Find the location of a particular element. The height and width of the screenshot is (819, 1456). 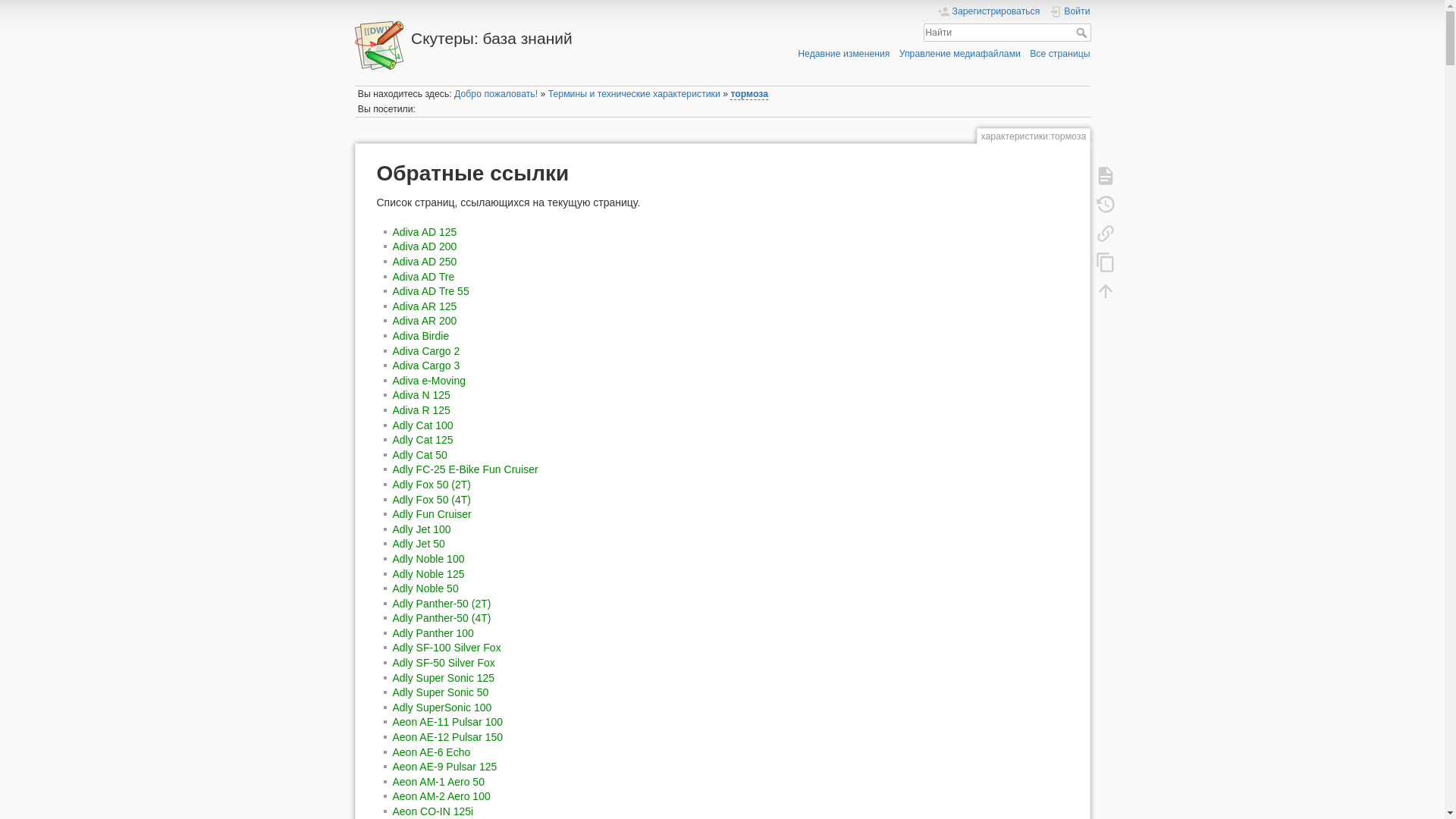

'Adly FC-25 E-Bike Fun Cruiser' is located at coordinates (465, 468).